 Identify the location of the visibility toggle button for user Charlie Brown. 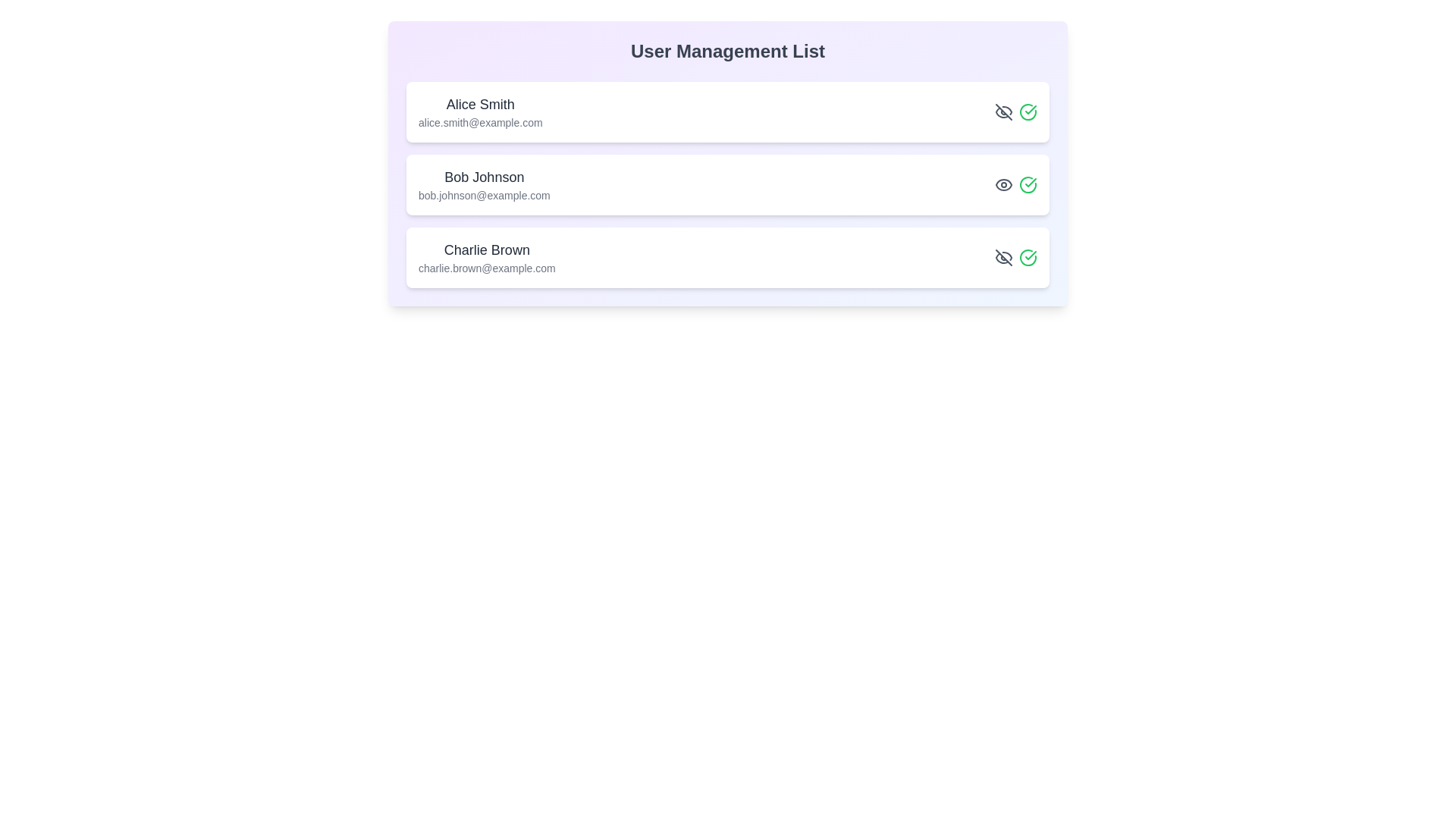
(1004, 256).